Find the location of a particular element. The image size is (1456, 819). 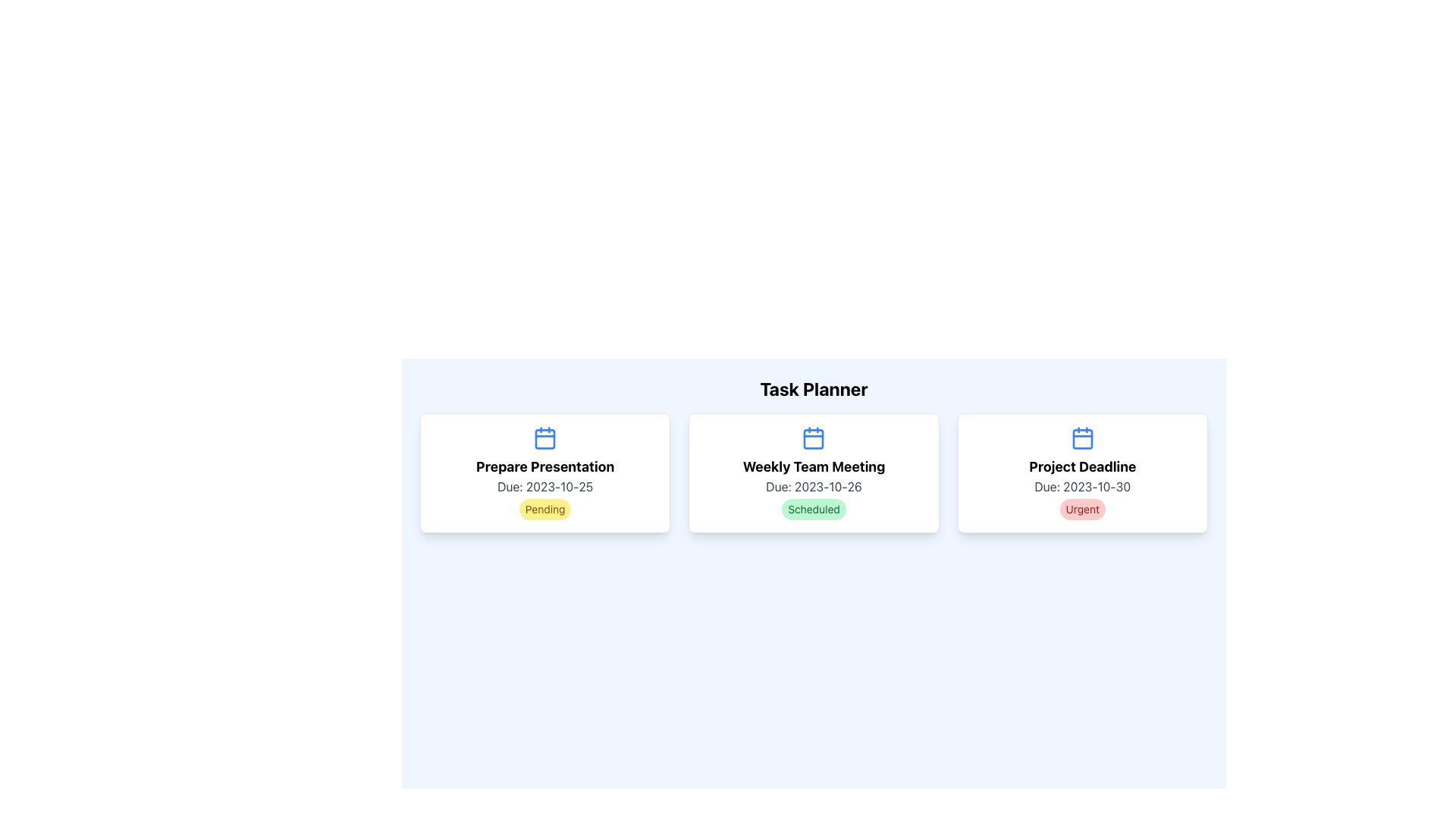

the 'Project Deadline' task card in the 'Task Planner' section is located at coordinates (1081, 472).